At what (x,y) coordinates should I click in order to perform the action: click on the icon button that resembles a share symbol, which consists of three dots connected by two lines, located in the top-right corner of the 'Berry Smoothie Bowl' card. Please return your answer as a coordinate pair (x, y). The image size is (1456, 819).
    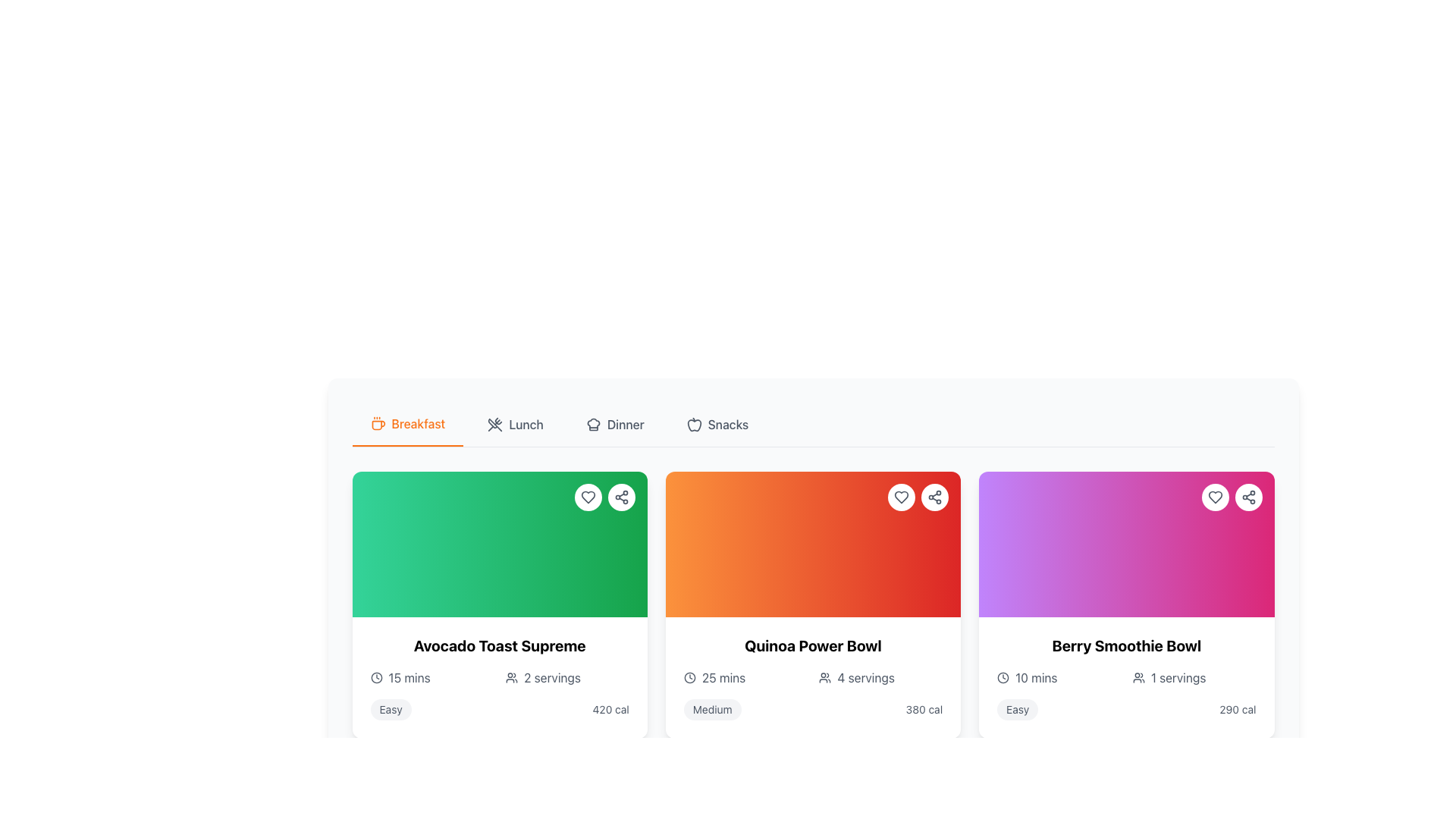
    Looking at the image, I should click on (1248, 497).